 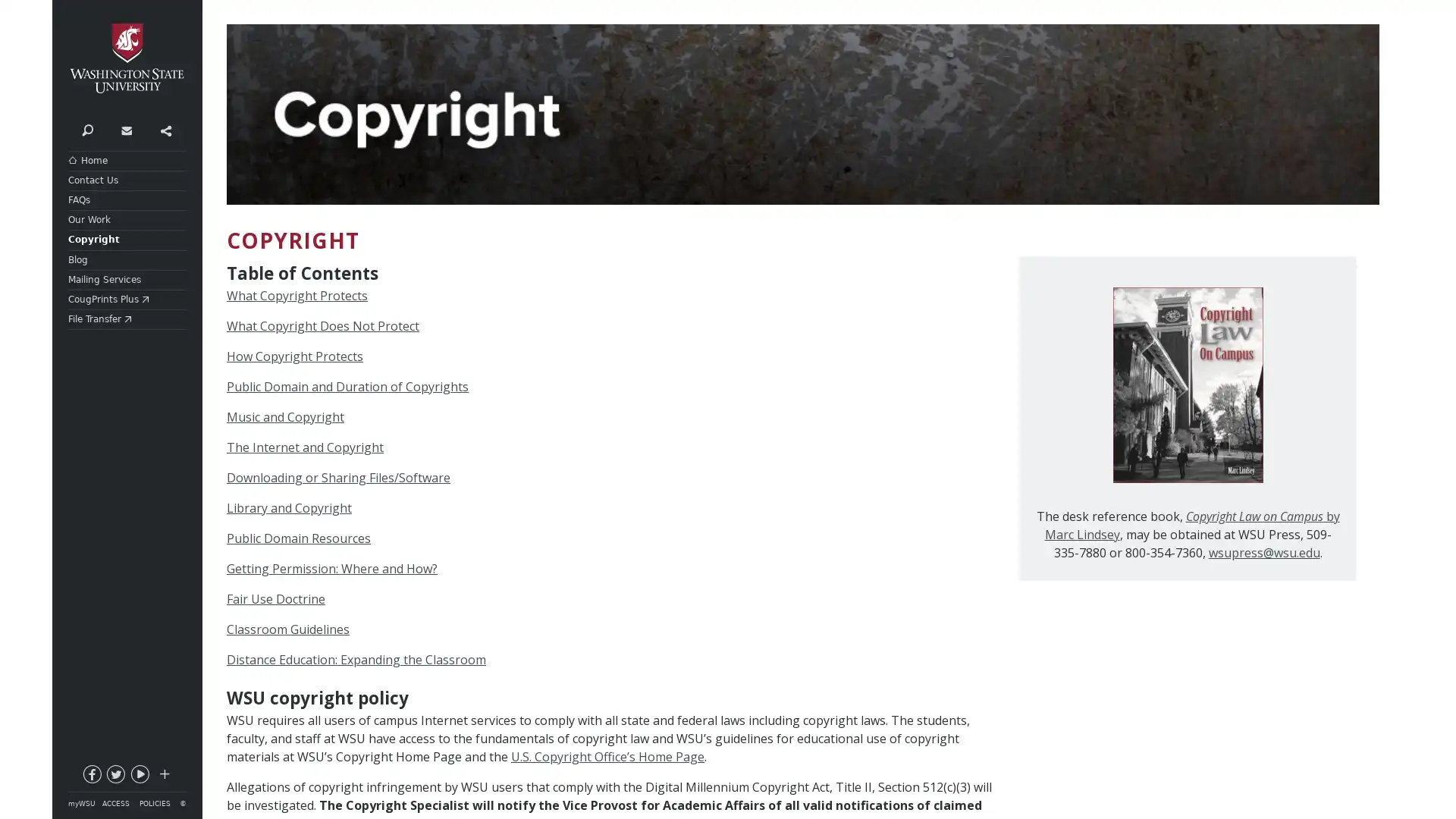 I want to click on $ Search, so click(x=86, y=128).